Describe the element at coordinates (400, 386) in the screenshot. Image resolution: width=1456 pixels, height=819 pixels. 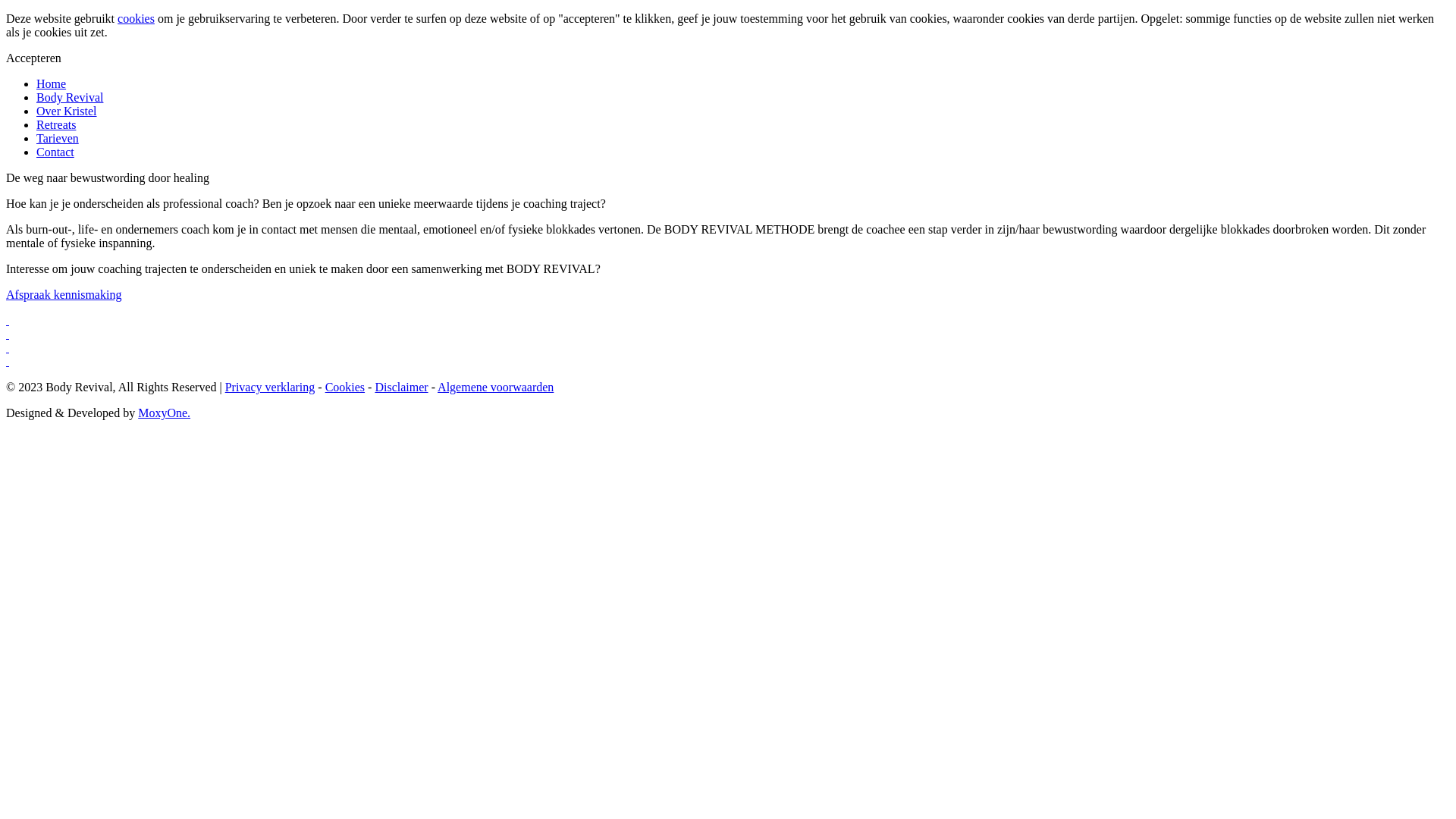
I see `'Disclaimer'` at that location.